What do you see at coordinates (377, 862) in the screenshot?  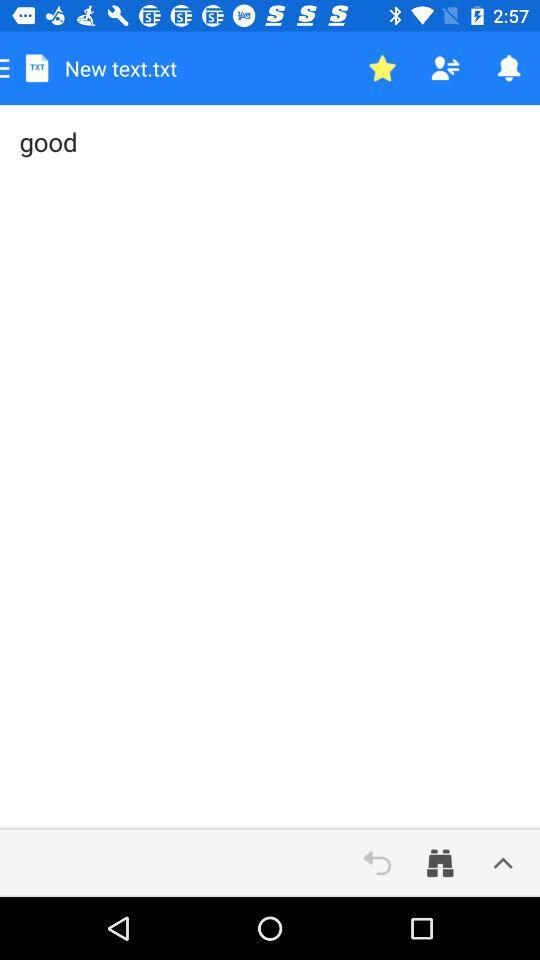 I see `the undo icon` at bounding box center [377, 862].